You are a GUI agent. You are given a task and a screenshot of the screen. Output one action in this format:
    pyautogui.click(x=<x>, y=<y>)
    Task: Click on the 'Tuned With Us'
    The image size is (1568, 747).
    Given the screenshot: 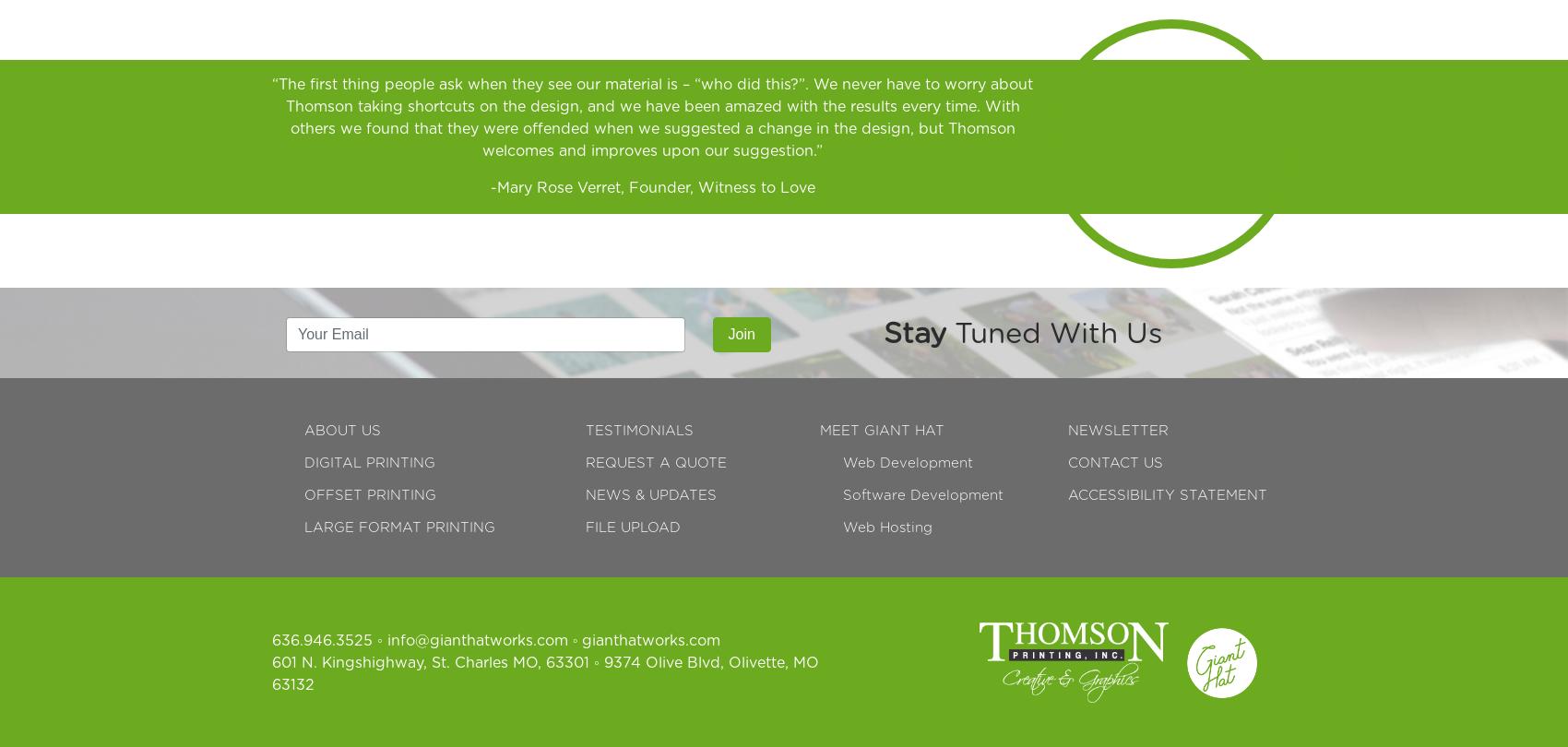 What is the action you would take?
    pyautogui.click(x=1053, y=332)
    